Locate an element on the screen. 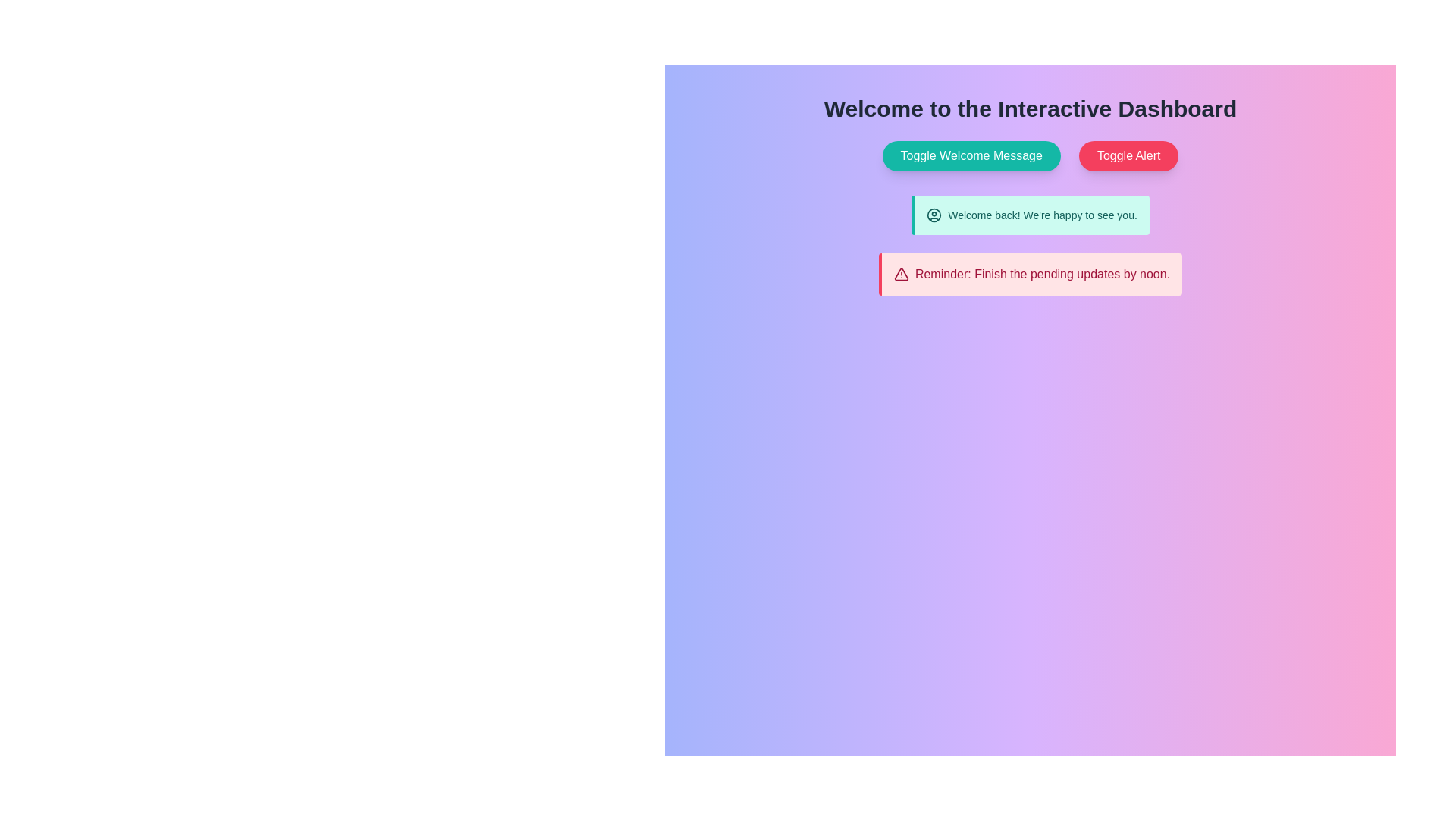 Image resolution: width=1456 pixels, height=819 pixels. the Alert box that conveys an urgent reminder about finishing pending updates by noon, located below the welcome message section is located at coordinates (1030, 275).